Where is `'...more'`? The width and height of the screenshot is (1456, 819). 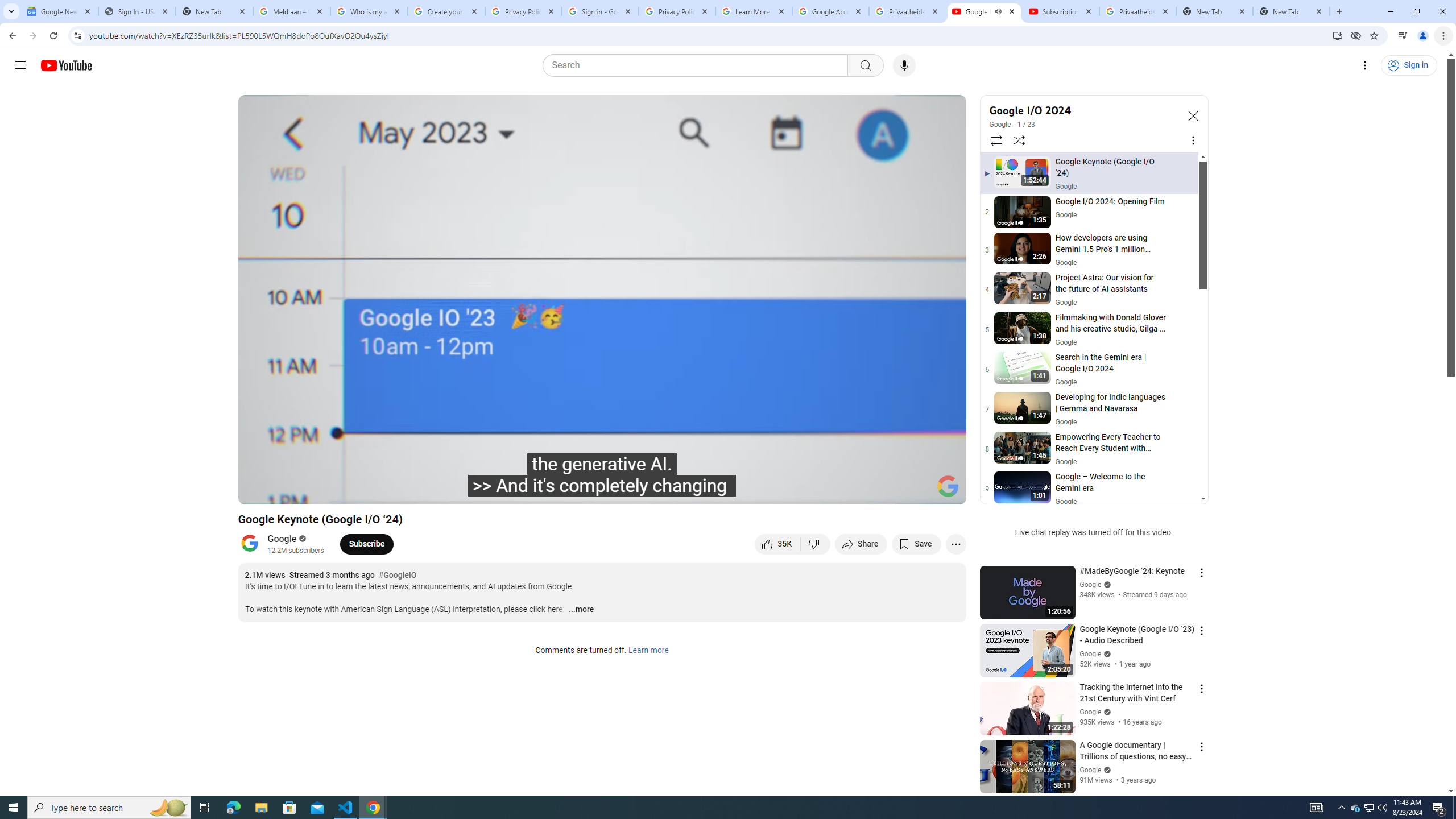
'...more' is located at coordinates (580, 610).